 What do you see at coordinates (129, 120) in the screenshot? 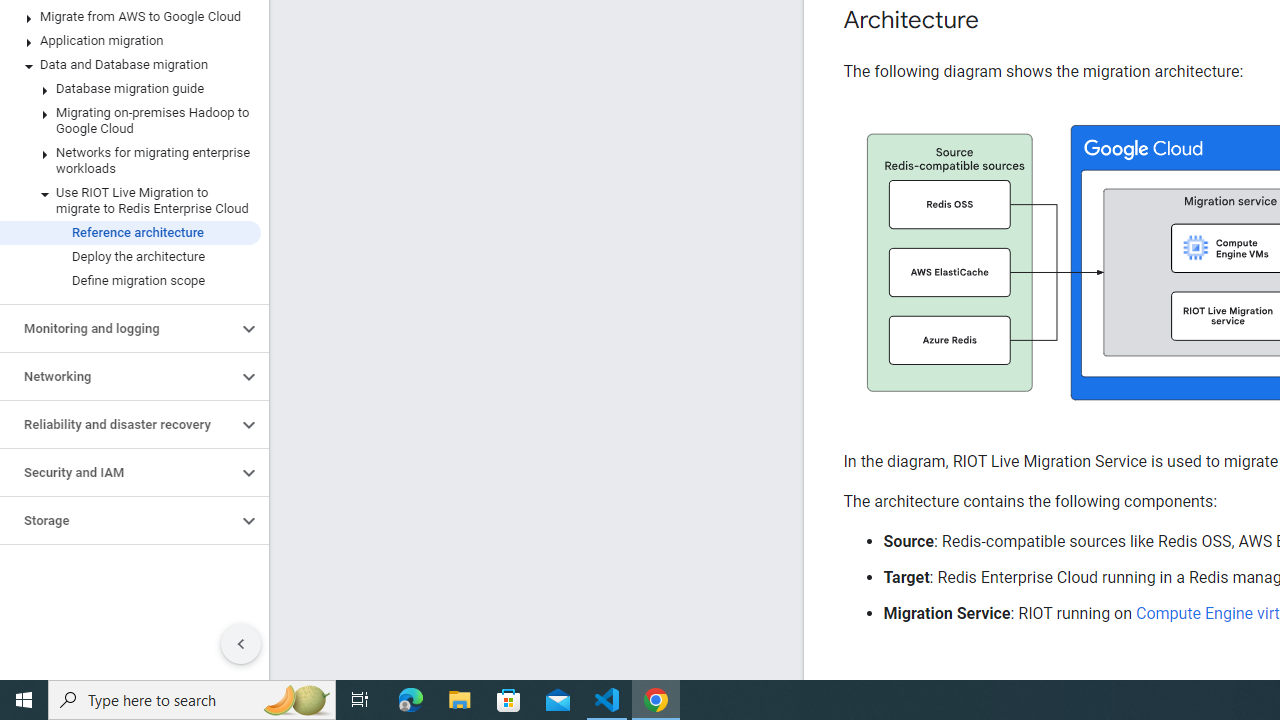
I see `'Migrating on-premises Hadoop to Google Cloud'` at bounding box center [129, 120].